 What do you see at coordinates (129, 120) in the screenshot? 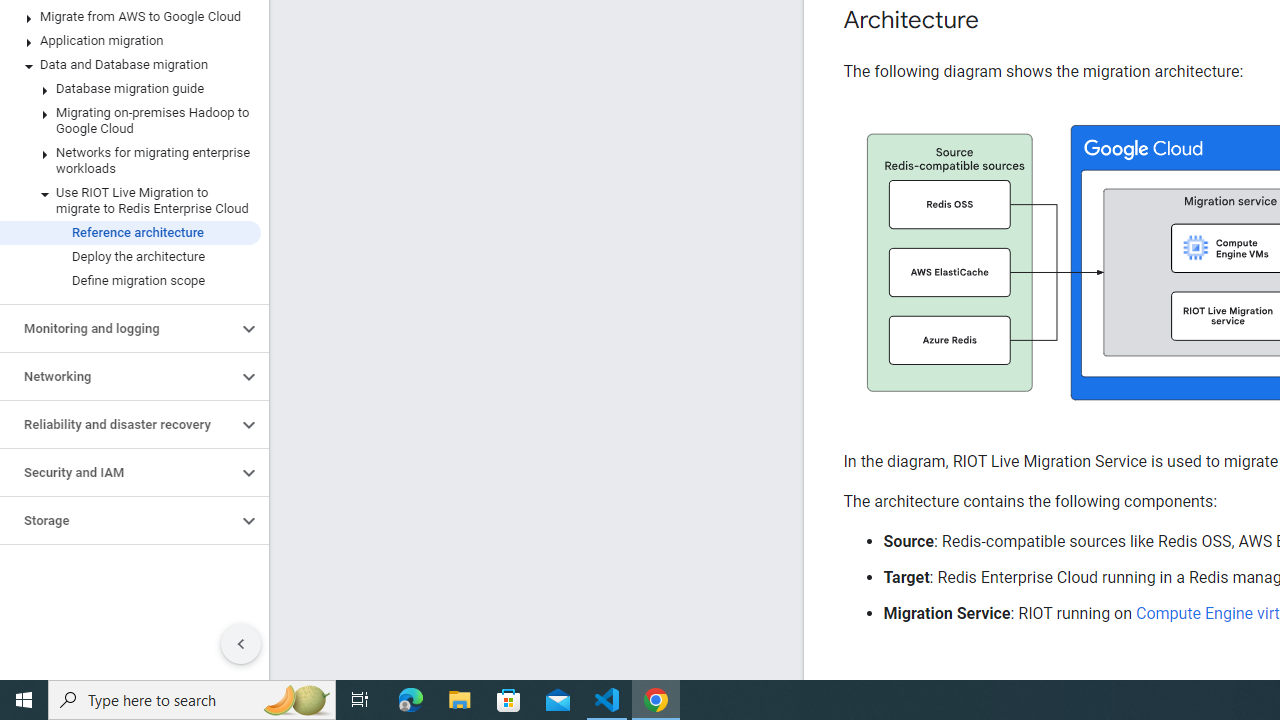
I see `'Migrating on-premises Hadoop to Google Cloud'` at bounding box center [129, 120].